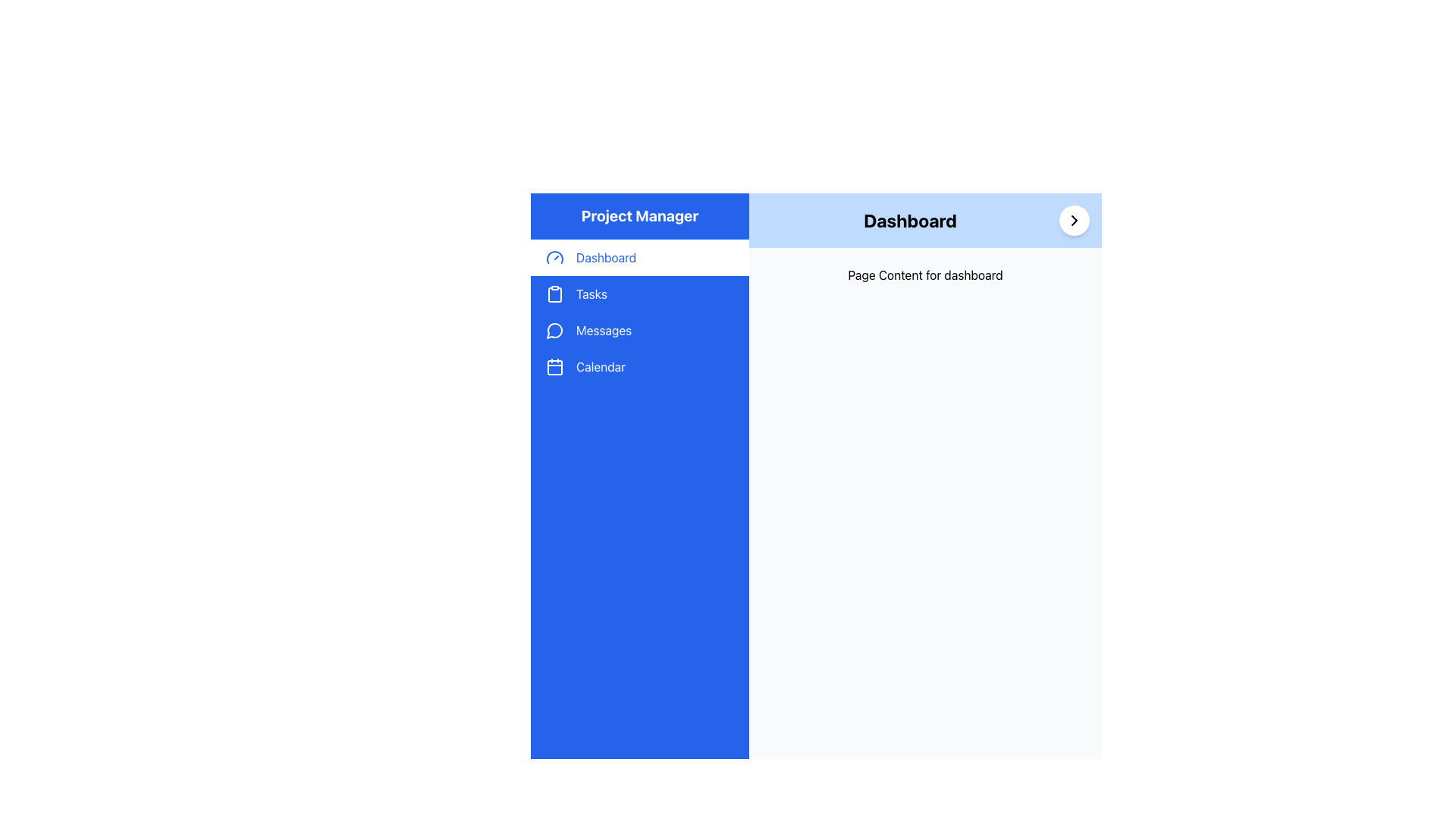 This screenshot has height=819, width=1456. I want to click on the Text Label at the top of the vertical sidebar, which indicates the user's role or project management section, distinguished by its blue background, so click(640, 216).